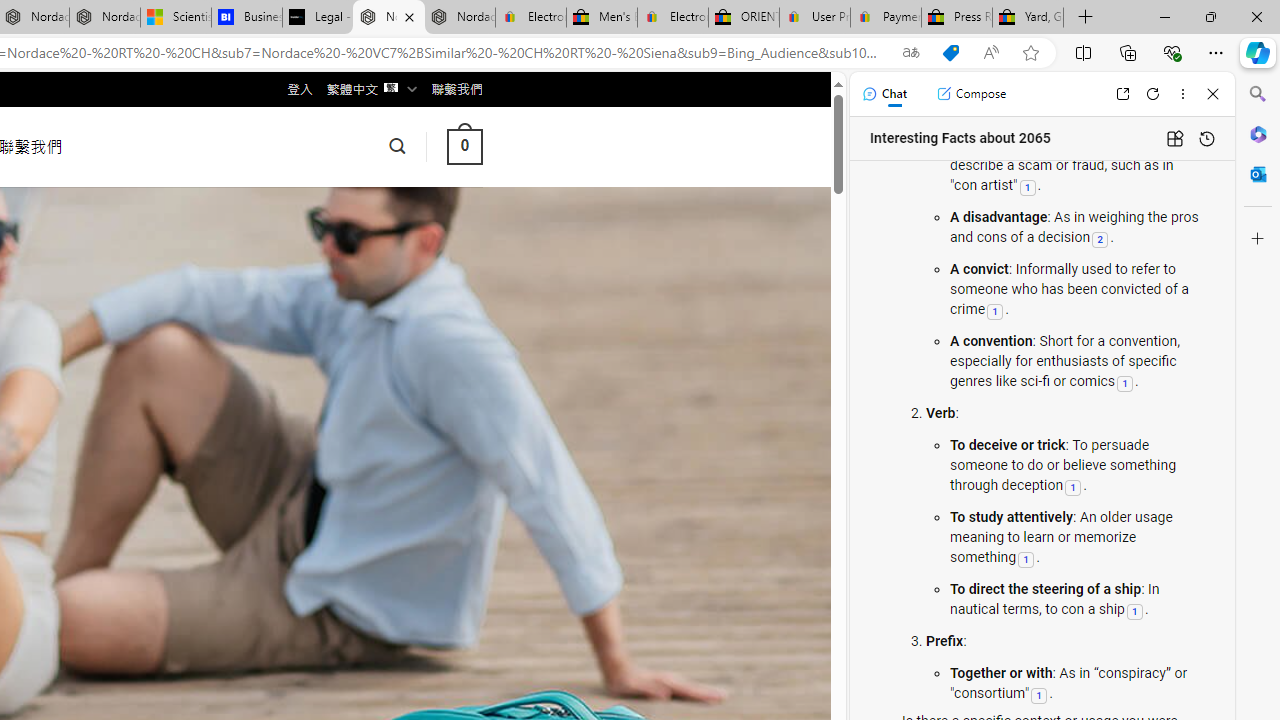  Describe the element at coordinates (814, 17) in the screenshot. I see `'User Privacy Notice | eBay'` at that location.